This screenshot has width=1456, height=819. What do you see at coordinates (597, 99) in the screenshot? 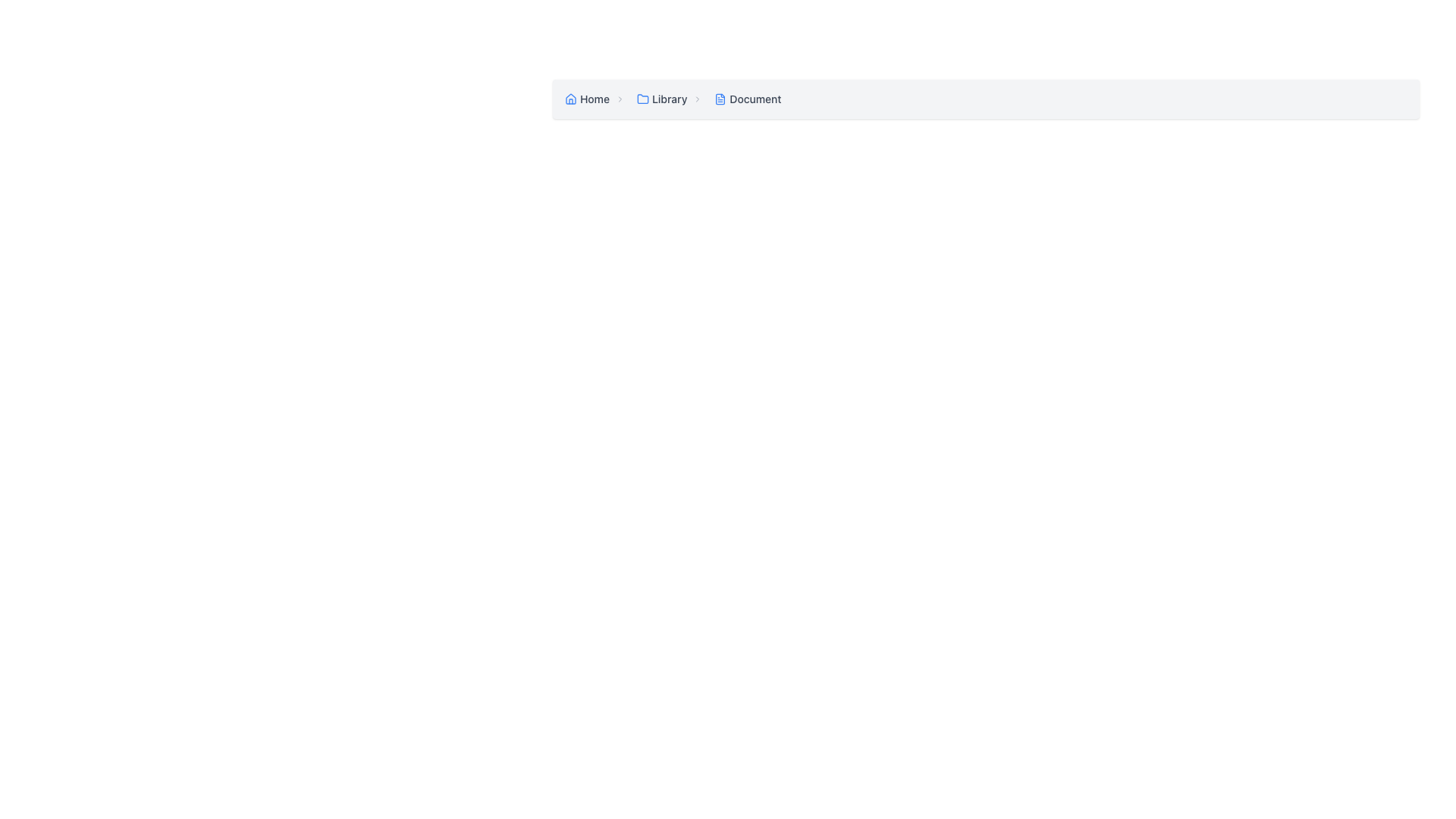
I see `the Breadcrumb Navigation Item labeled 'Home'` at bounding box center [597, 99].